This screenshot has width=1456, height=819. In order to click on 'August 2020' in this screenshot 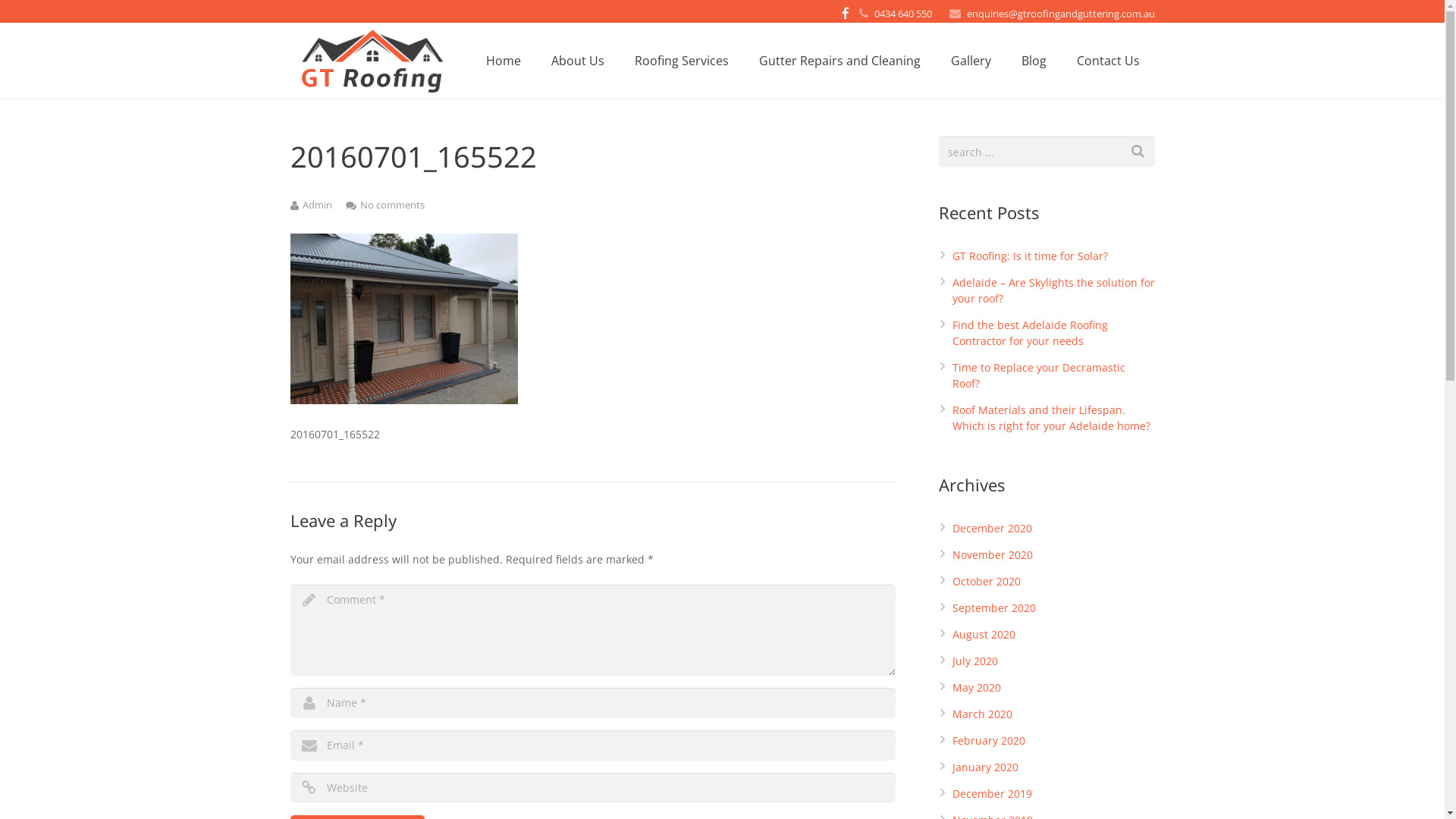, I will do `click(984, 634)`.